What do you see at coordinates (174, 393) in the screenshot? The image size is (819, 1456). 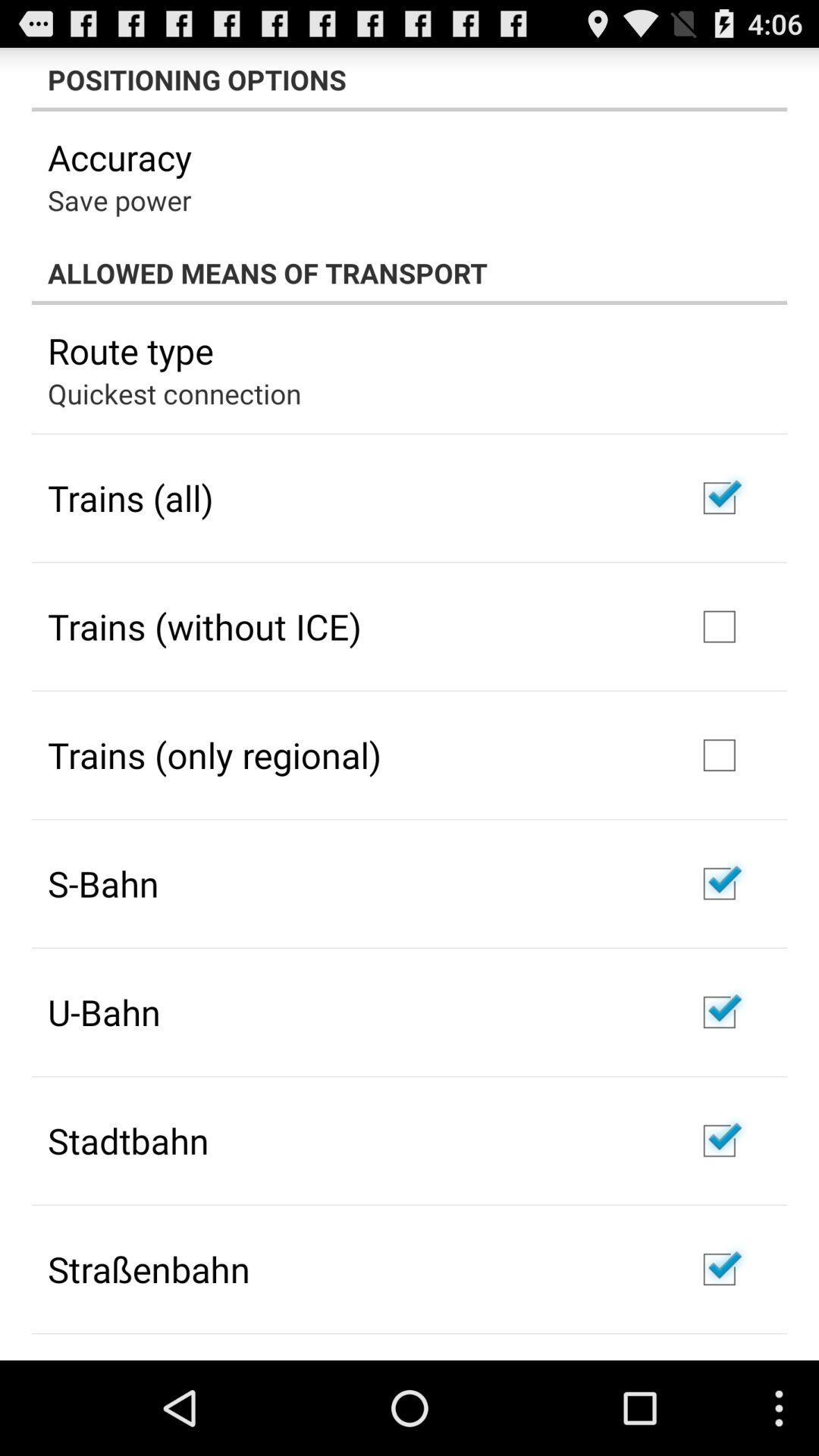 I see `quickest connection app` at bounding box center [174, 393].